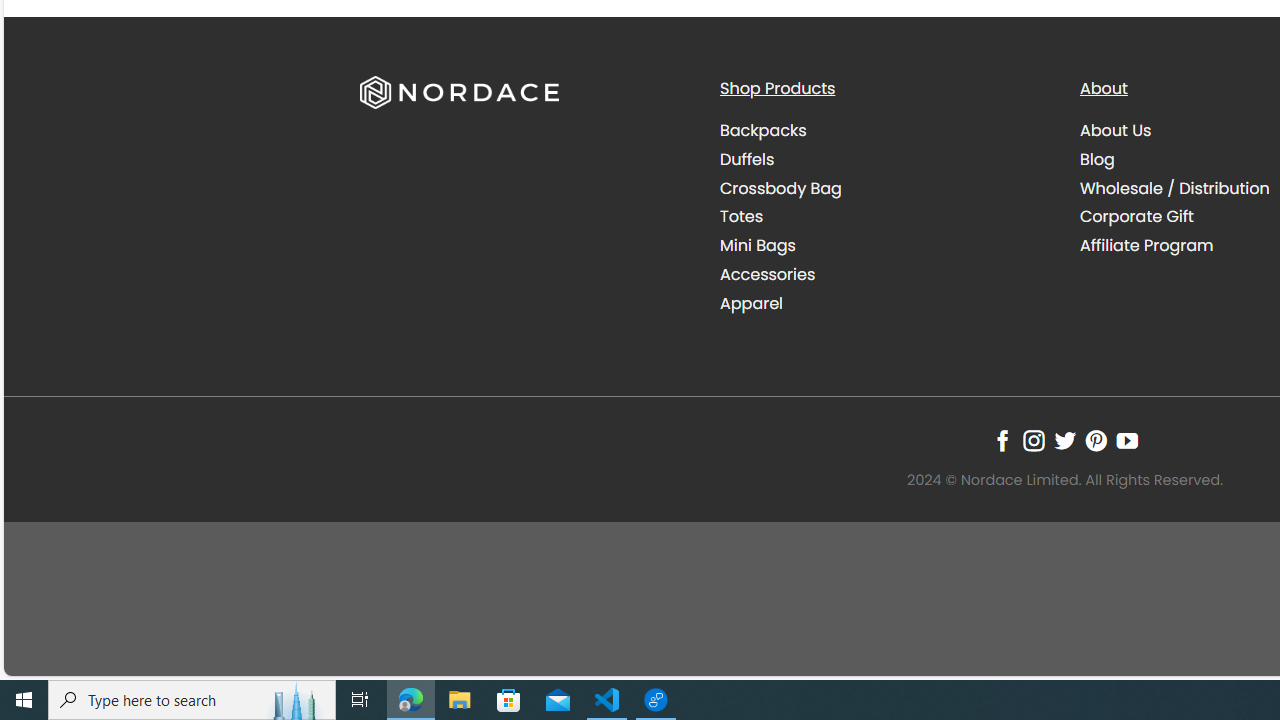 The height and width of the screenshot is (720, 1280). I want to click on 'Follow on Facebook', so click(1002, 440).